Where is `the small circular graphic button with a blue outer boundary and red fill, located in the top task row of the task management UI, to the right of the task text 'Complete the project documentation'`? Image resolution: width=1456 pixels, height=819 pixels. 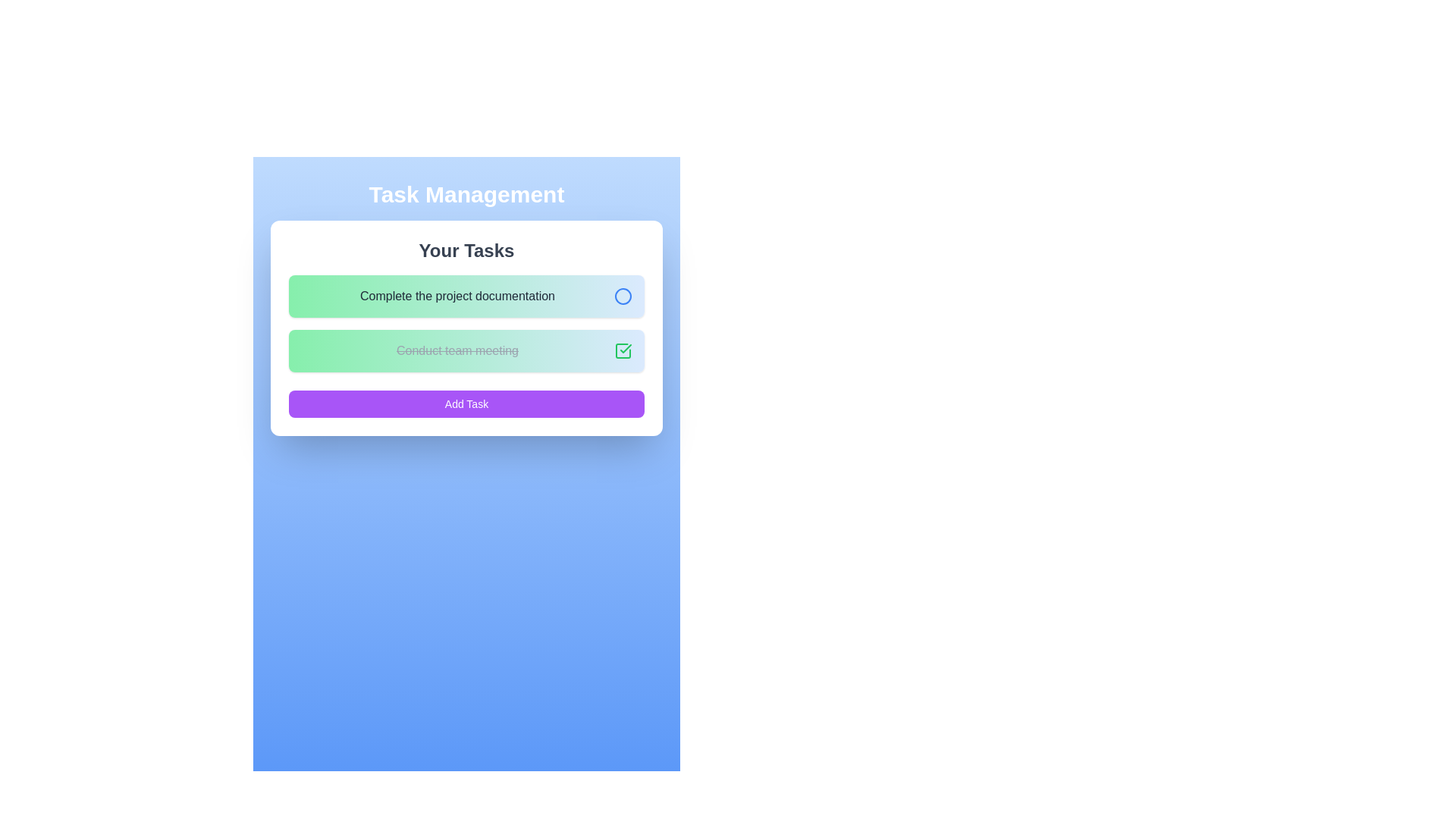 the small circular graphic button with a blue outer boundary and red fill, located in the top task row of the task management UI, to the right of the task text 'Complete the project documentation' is located at coordinates (623, 296).